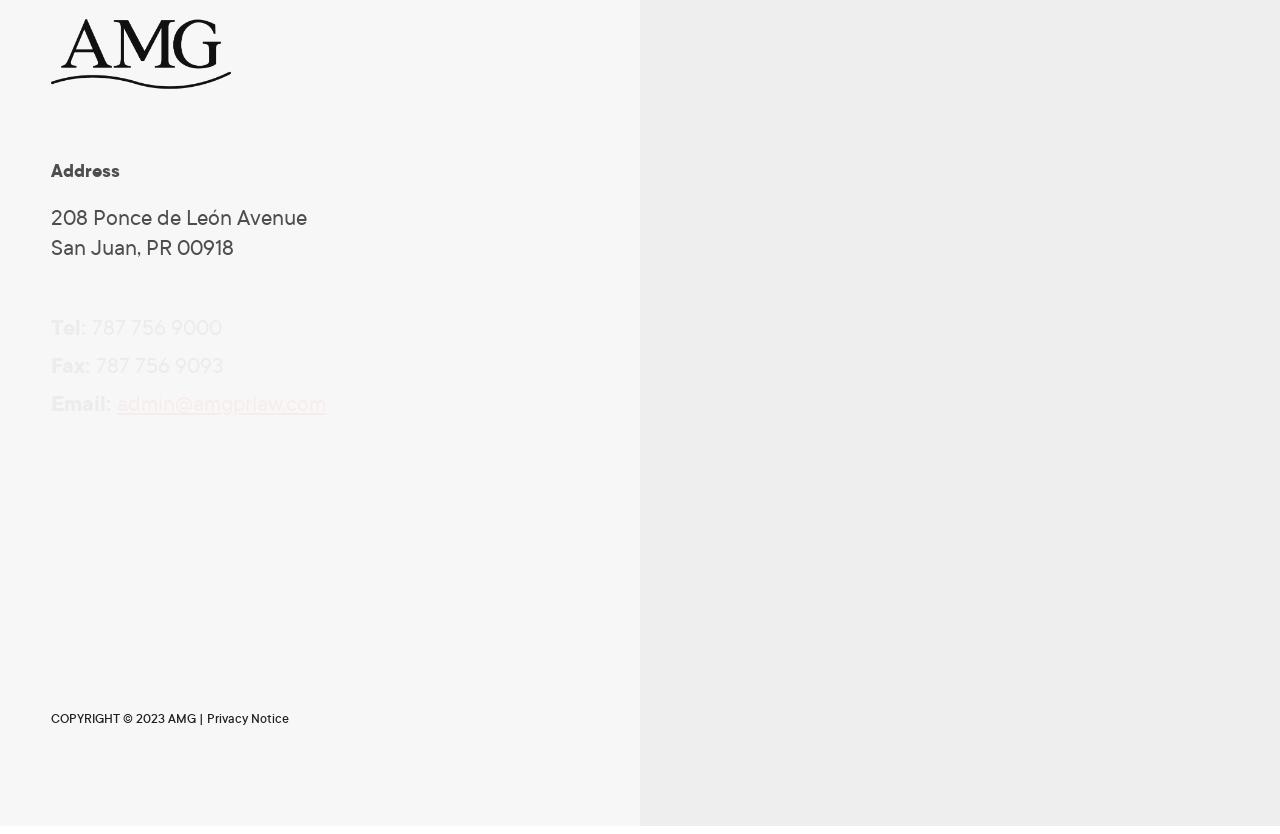  I want to click on 'Subscribe our list', so click(117, 511).